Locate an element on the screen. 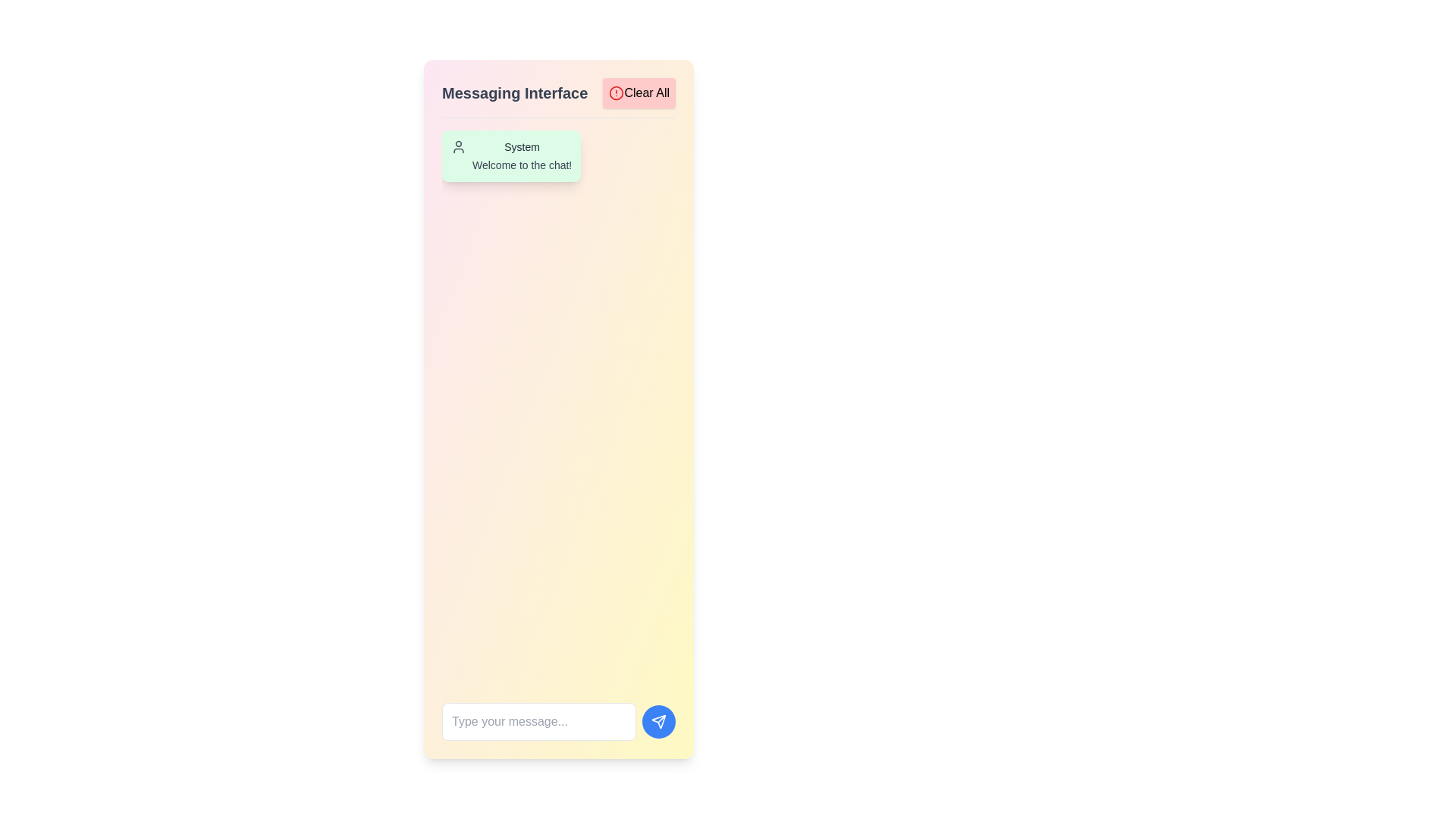  the heading element labeled 'Messaging Interface', which is positioned to the left of 'Clear All' at the top of the main panel is located at coordinates (515, 93).